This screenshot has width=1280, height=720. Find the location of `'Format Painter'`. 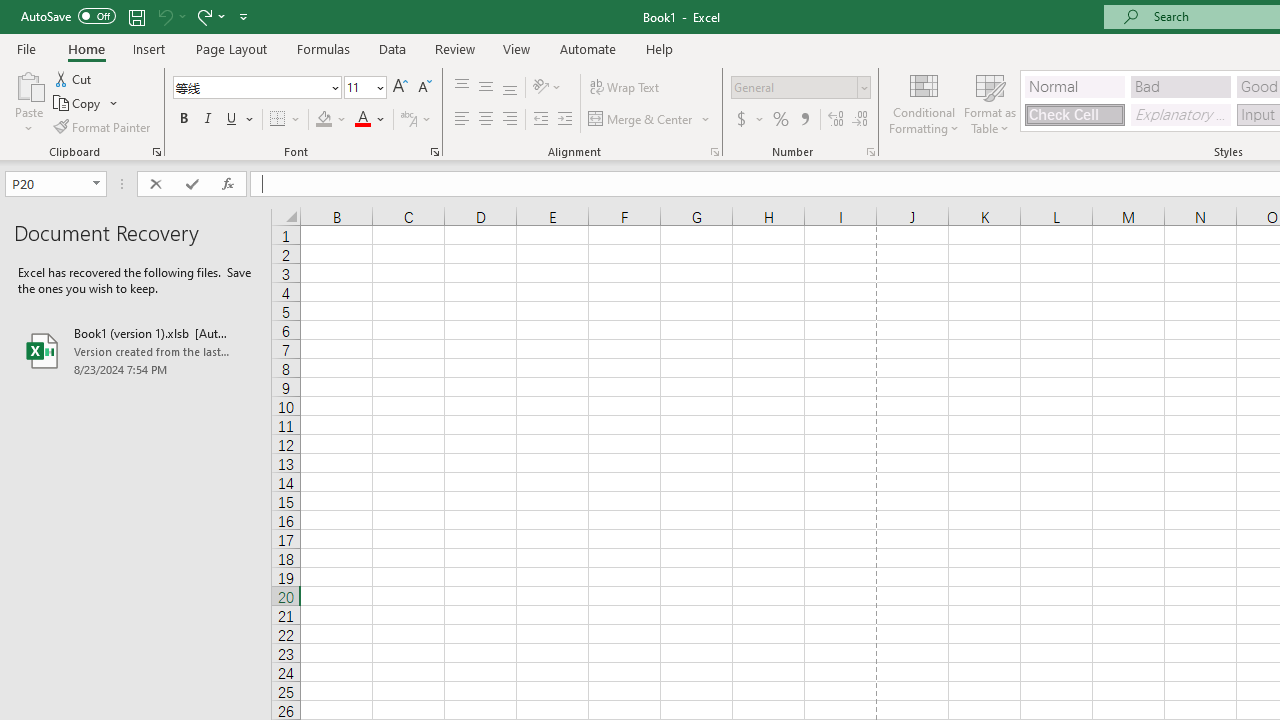

'Format Painter' is located at coordinates (102, 127).